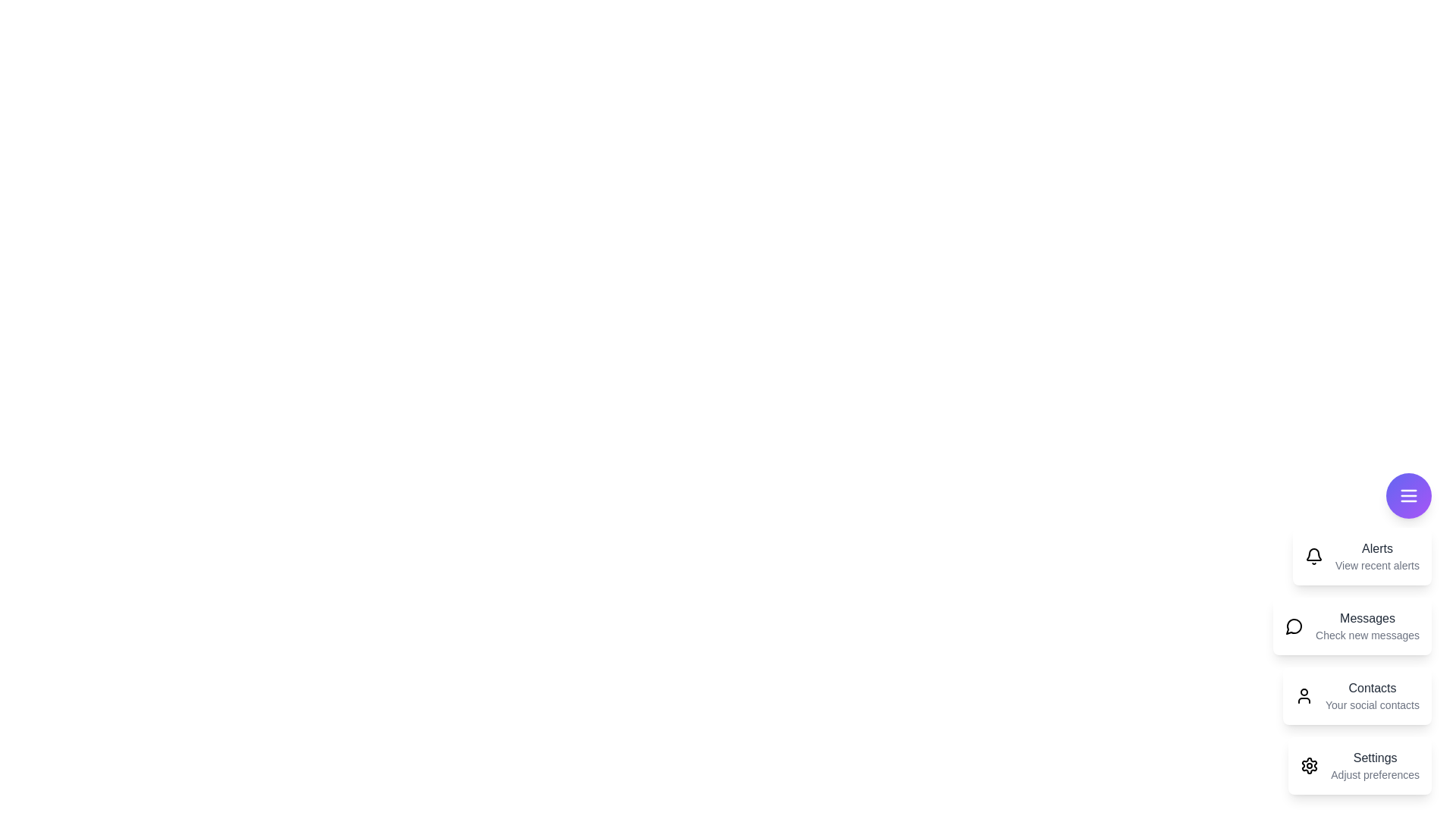 The height and width of the screenshot is (819, 1456). I want to click on floating button to toggle the main menu, so click(1407, 496).